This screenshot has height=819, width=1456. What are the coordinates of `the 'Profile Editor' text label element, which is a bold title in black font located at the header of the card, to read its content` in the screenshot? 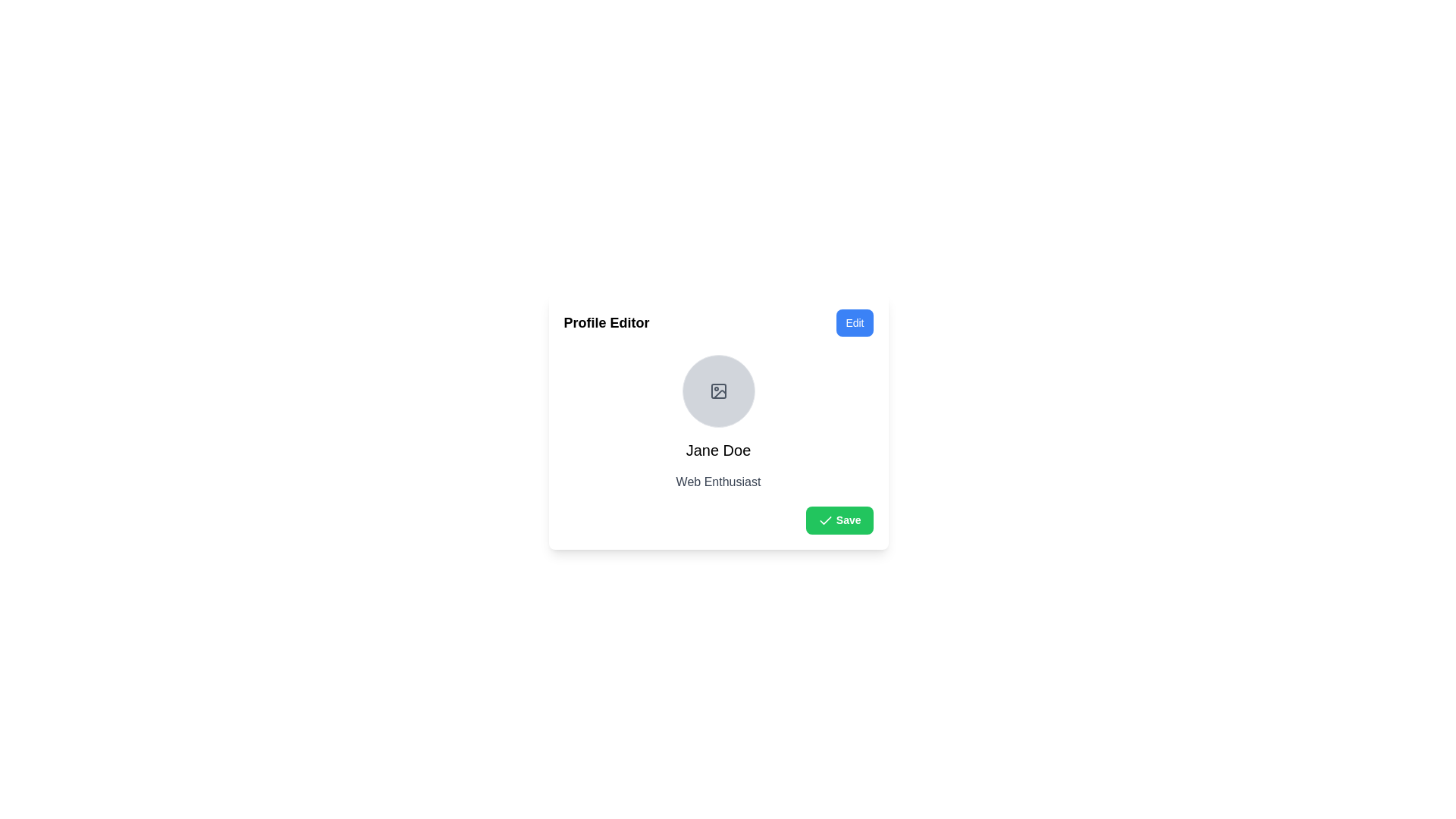 It's located at (607, 322).